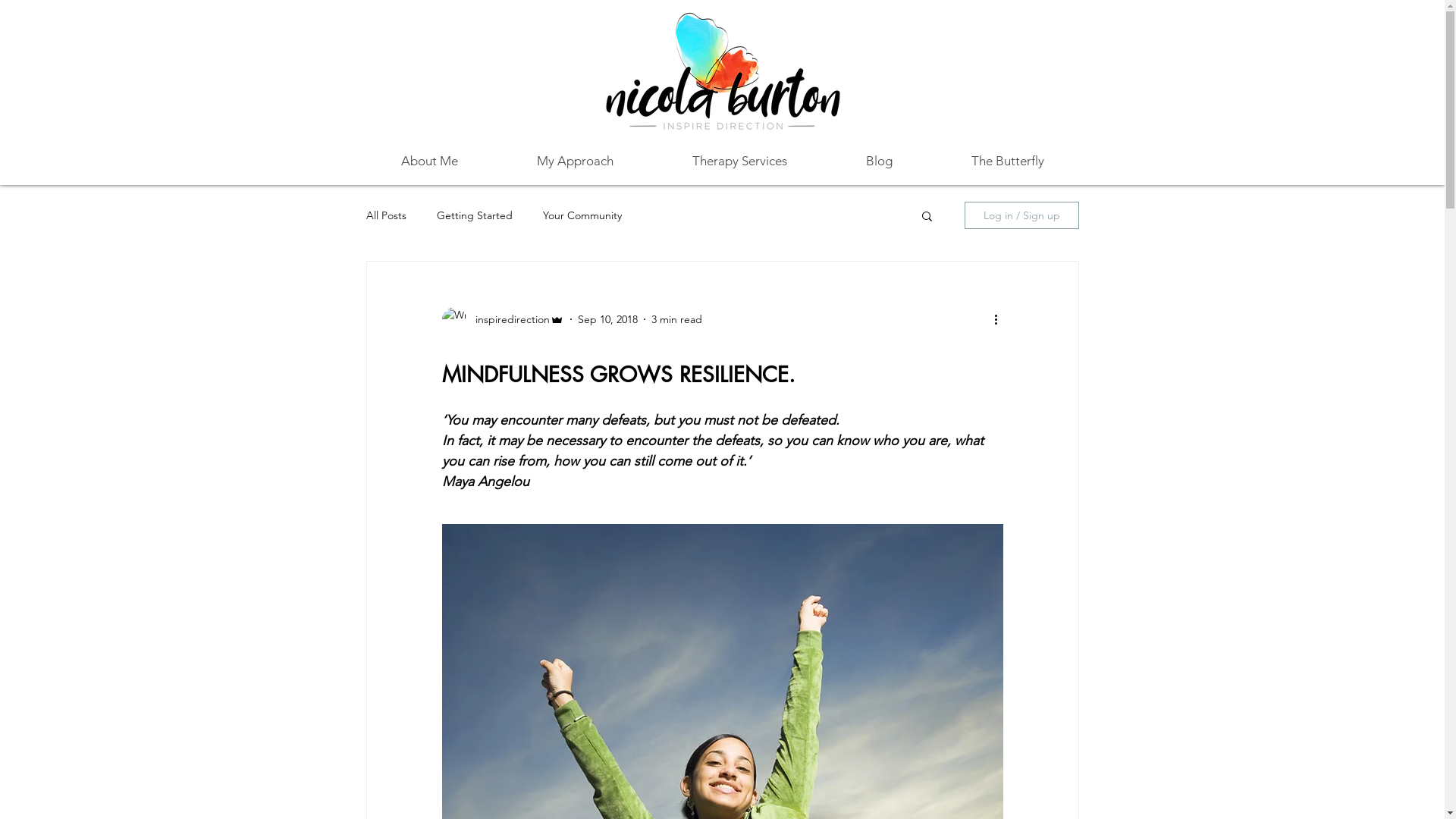 The width and height of the screenshot is (1456, 819). Describe the element at coordinates (739, 161) in the screenshot. I see `'Therapy Services'` at that location.